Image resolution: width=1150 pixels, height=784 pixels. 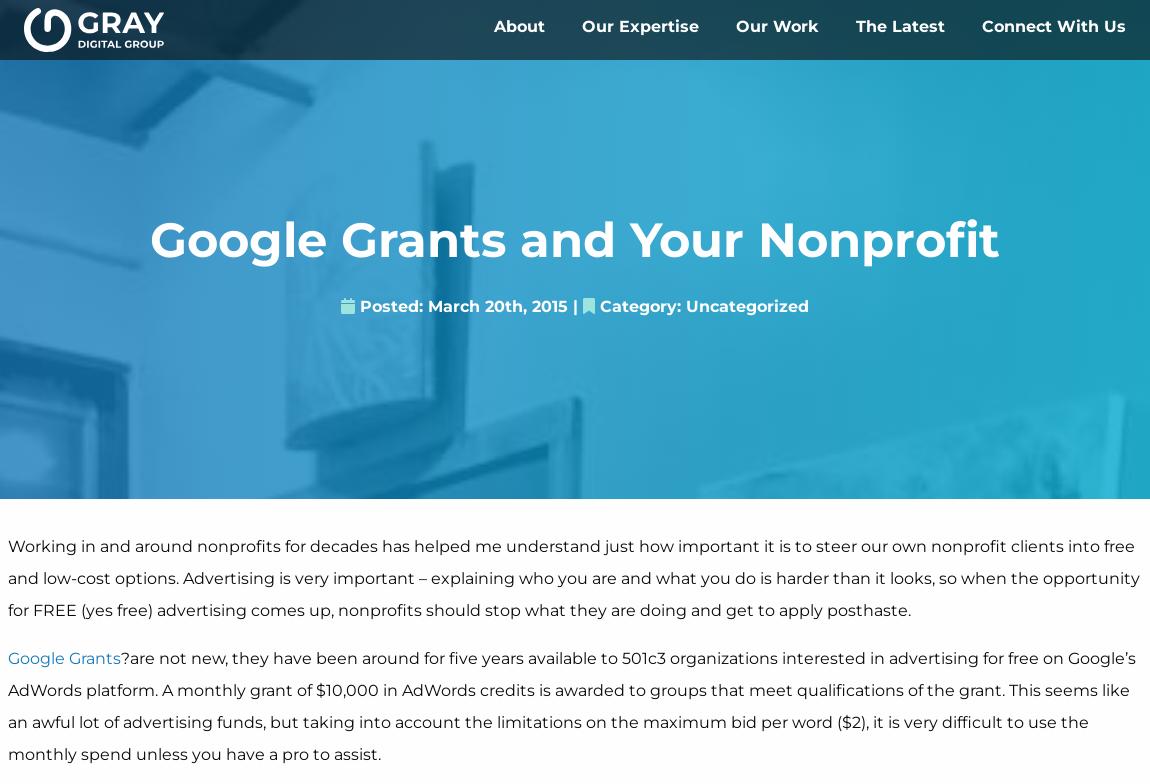 What do you see at coordinates (519, 26) in the screenshot?
I see `'About'` at bounding box center [519, 26].